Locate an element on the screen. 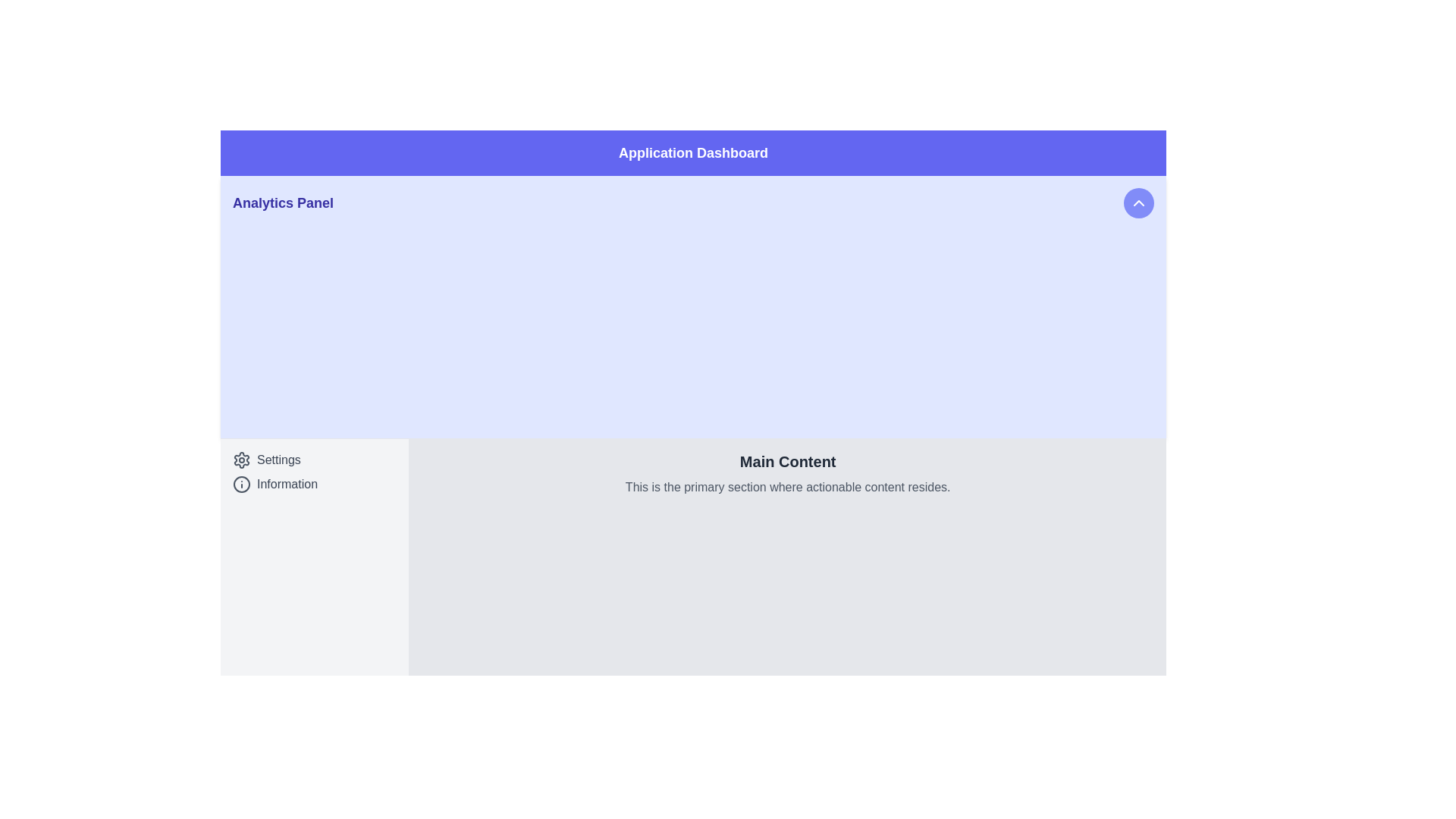 The height and width of the screenshot is (819, 1456). the settings icon located in the sidebar is located at coordinates (240, 458).